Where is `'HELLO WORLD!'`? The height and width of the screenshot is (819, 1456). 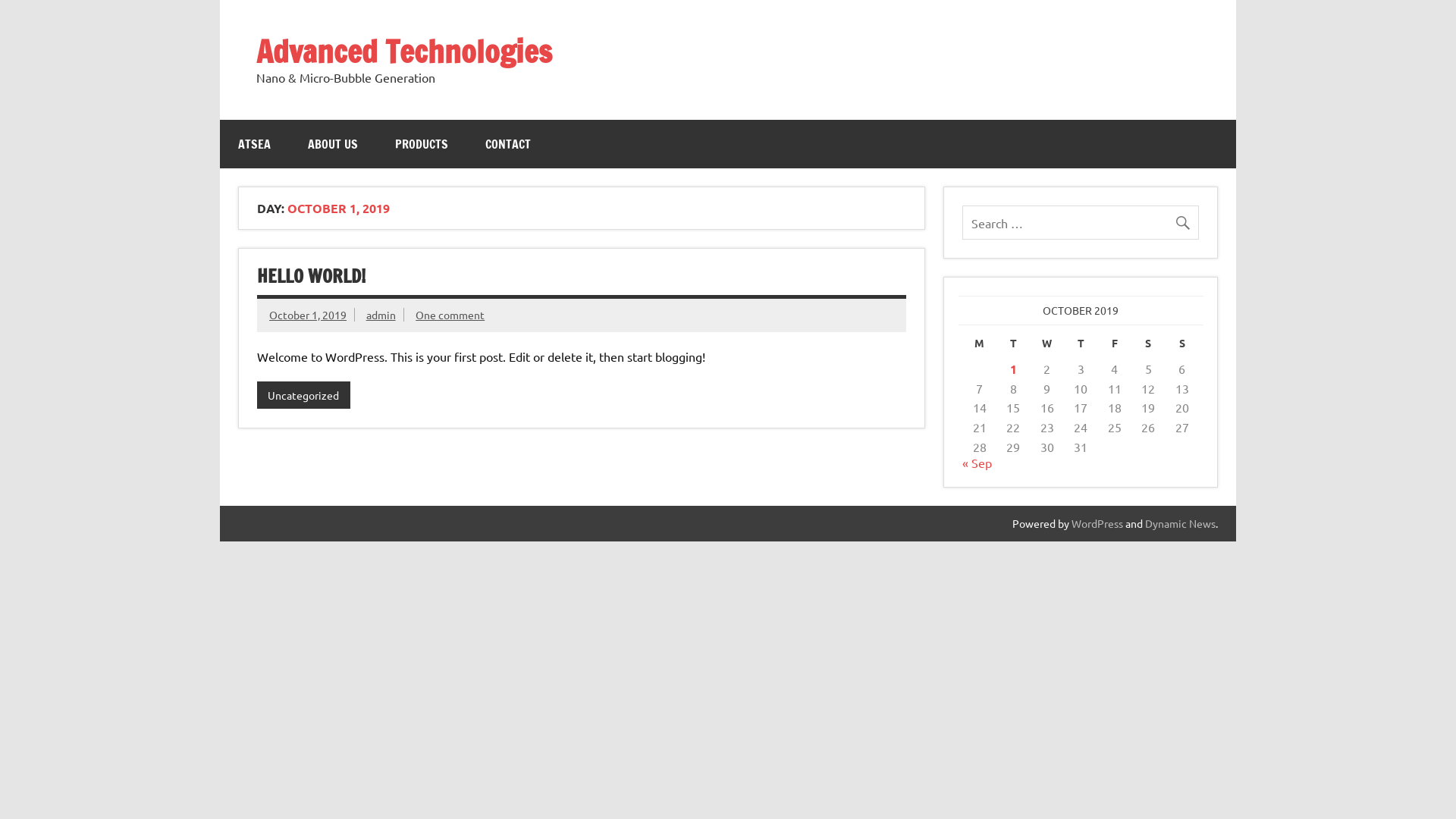
'HELLO WORLD!' is located at coordinates (310, 275).